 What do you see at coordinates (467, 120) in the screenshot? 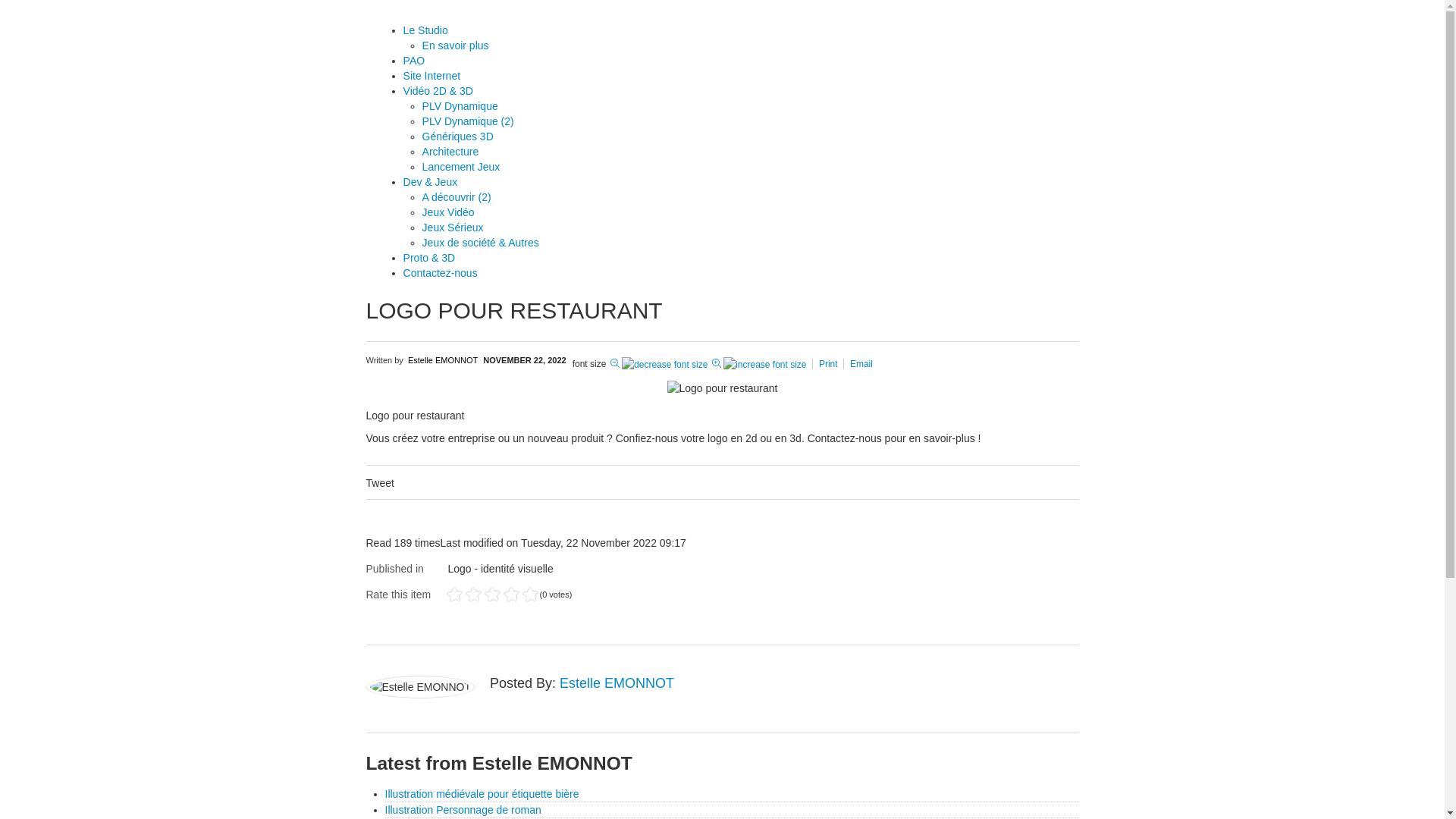
I see `'PLV Dynamique (2)'` at bounding box center [467, 120].